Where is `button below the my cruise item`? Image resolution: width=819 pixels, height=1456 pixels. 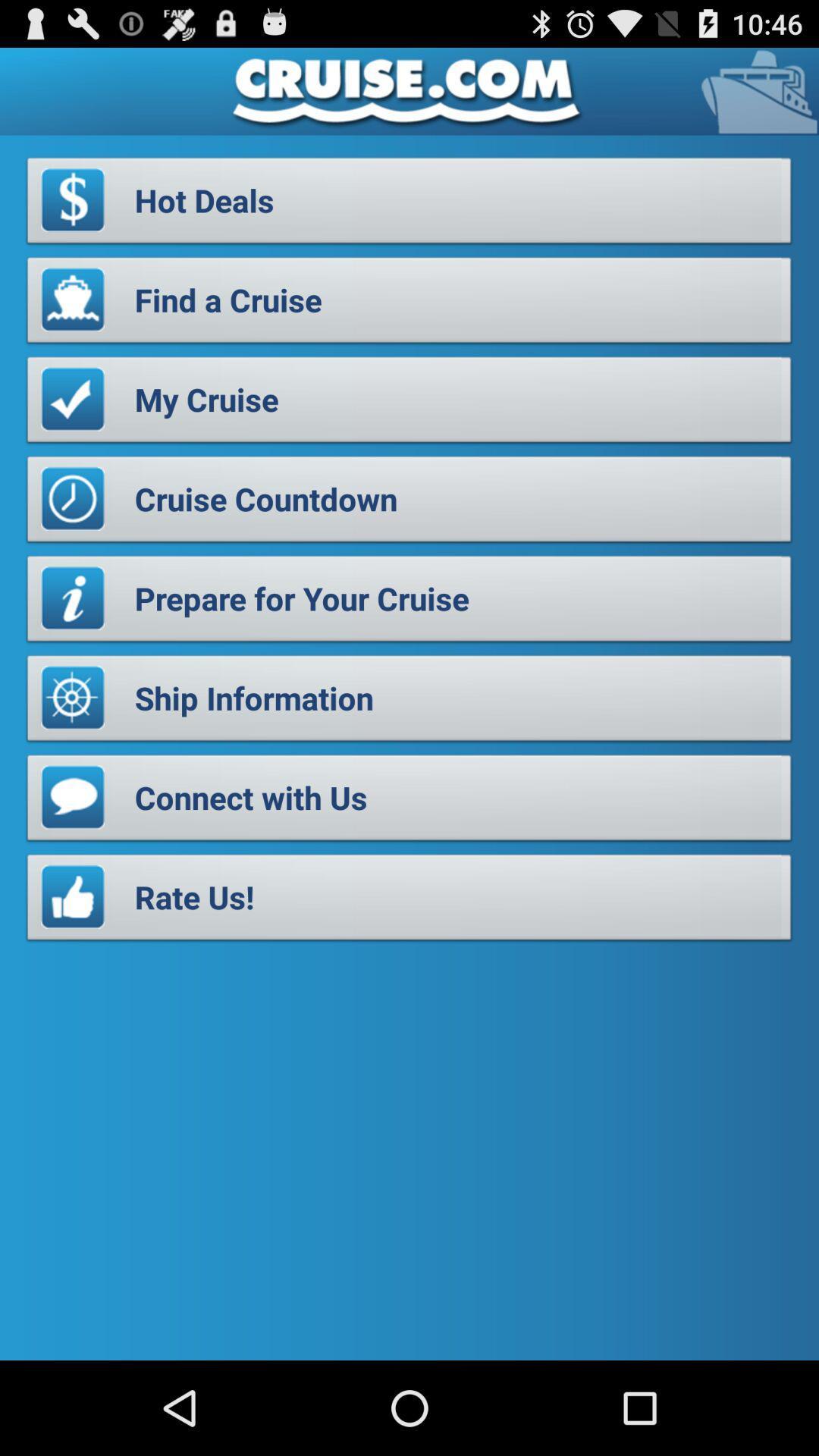 button below the my cruise item is located at coordinates (409, 504).